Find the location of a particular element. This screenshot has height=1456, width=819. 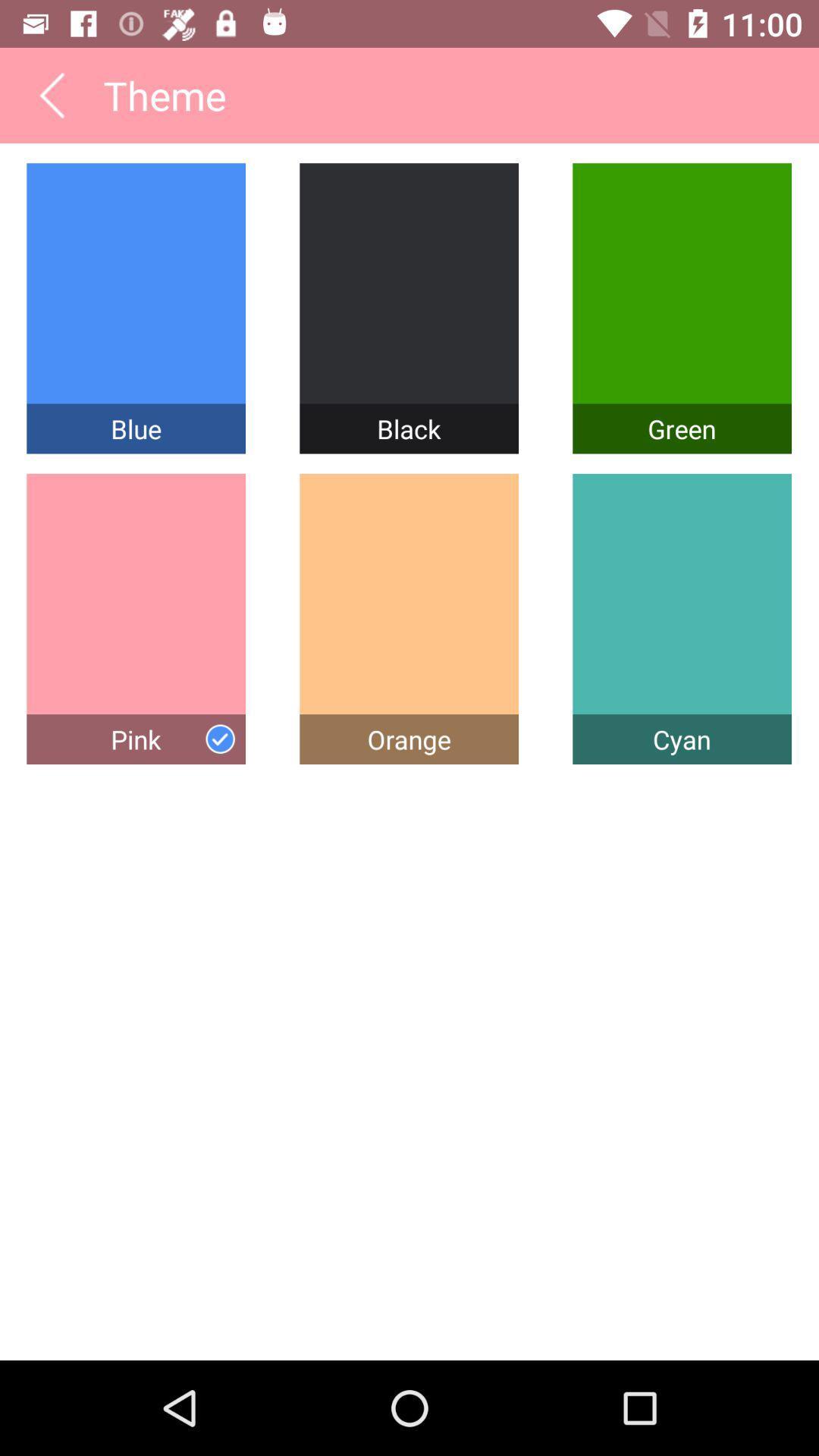

the item to the left of the theme app is located at coordinates (51, 94).